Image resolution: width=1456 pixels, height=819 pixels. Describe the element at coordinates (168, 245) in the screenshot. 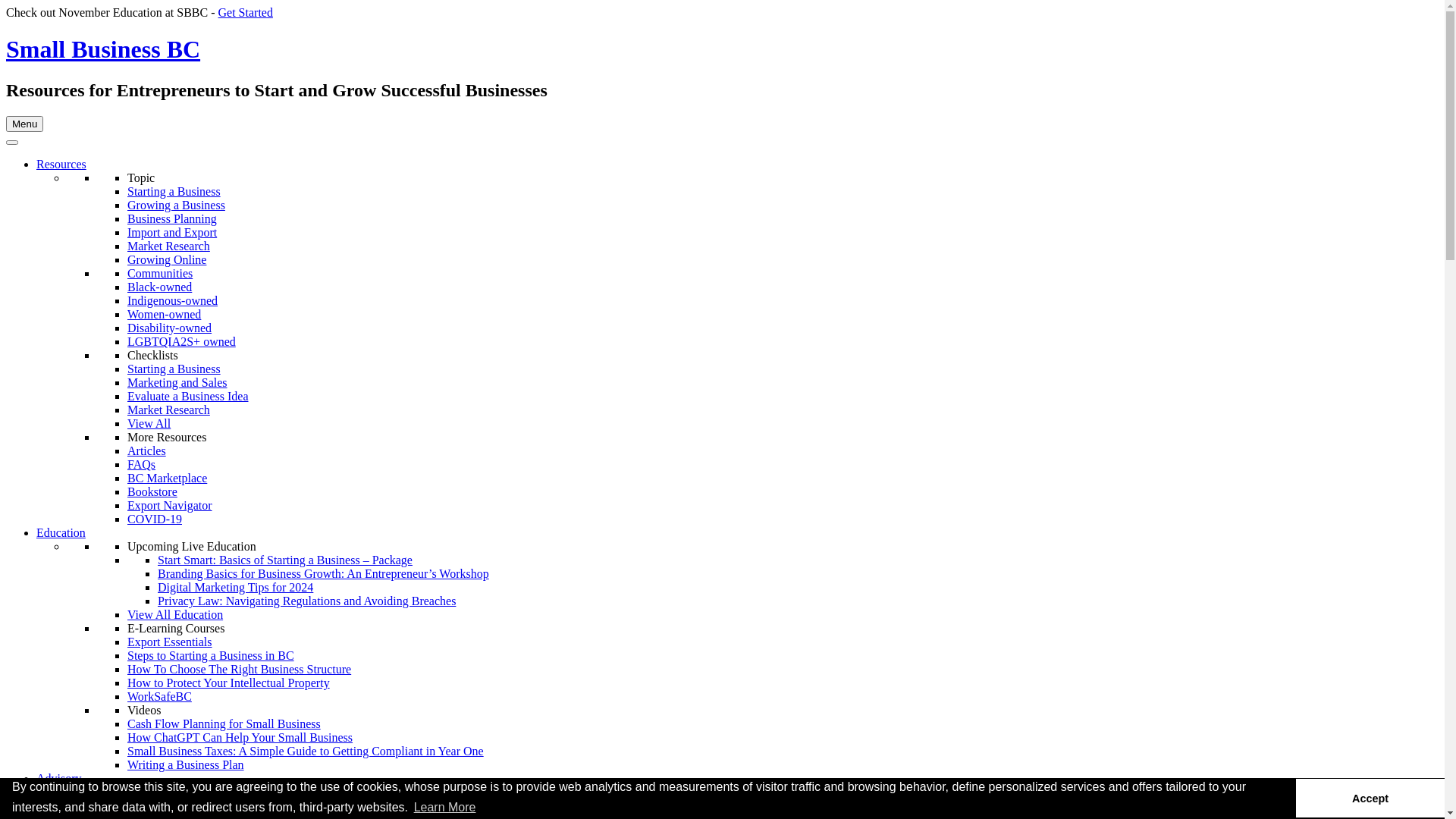

I see `'Market Research'` at that location.